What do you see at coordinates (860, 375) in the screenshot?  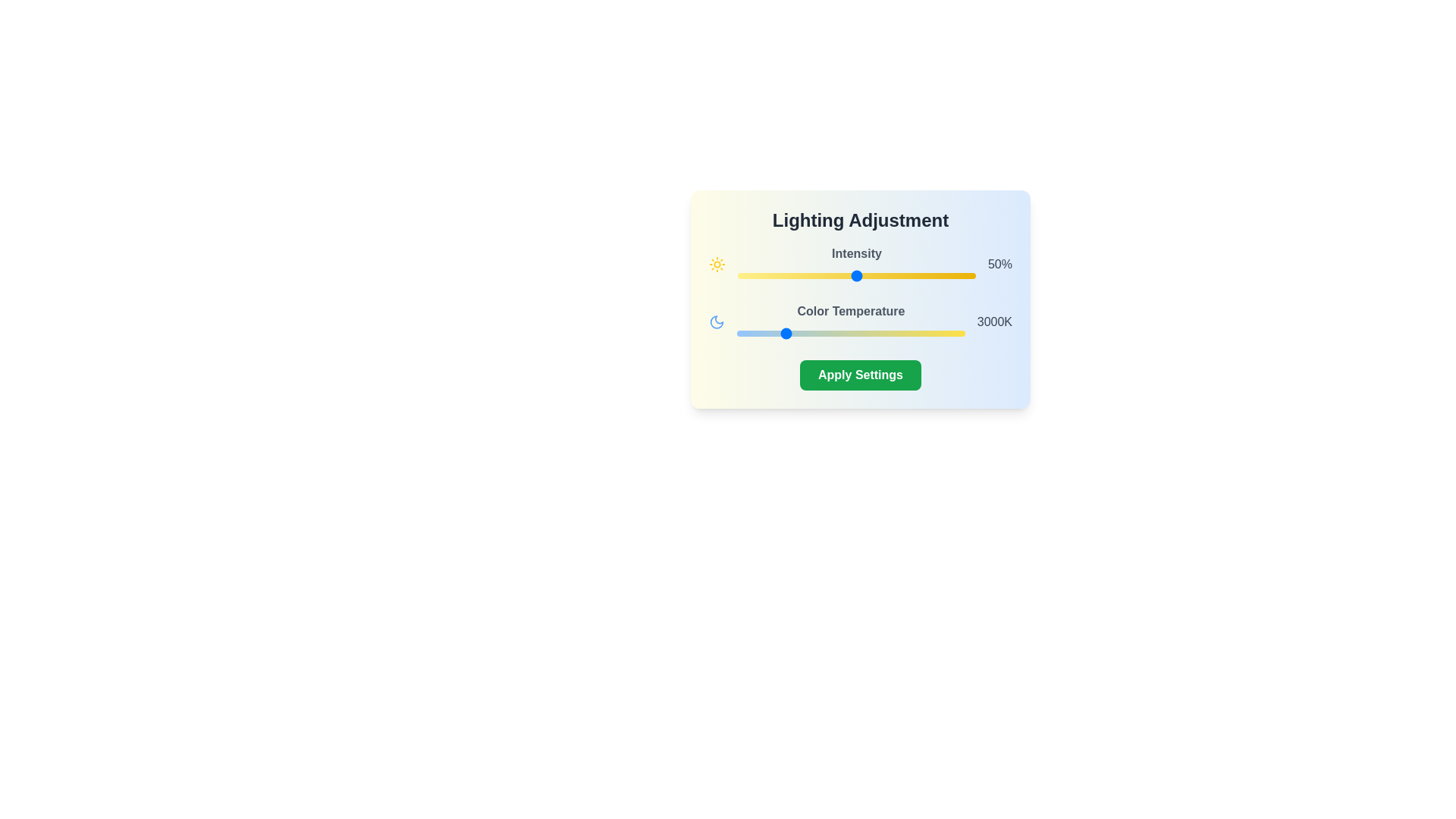 I see `the text 'Apply Settings' from the component` at bounding box center [860, 375].